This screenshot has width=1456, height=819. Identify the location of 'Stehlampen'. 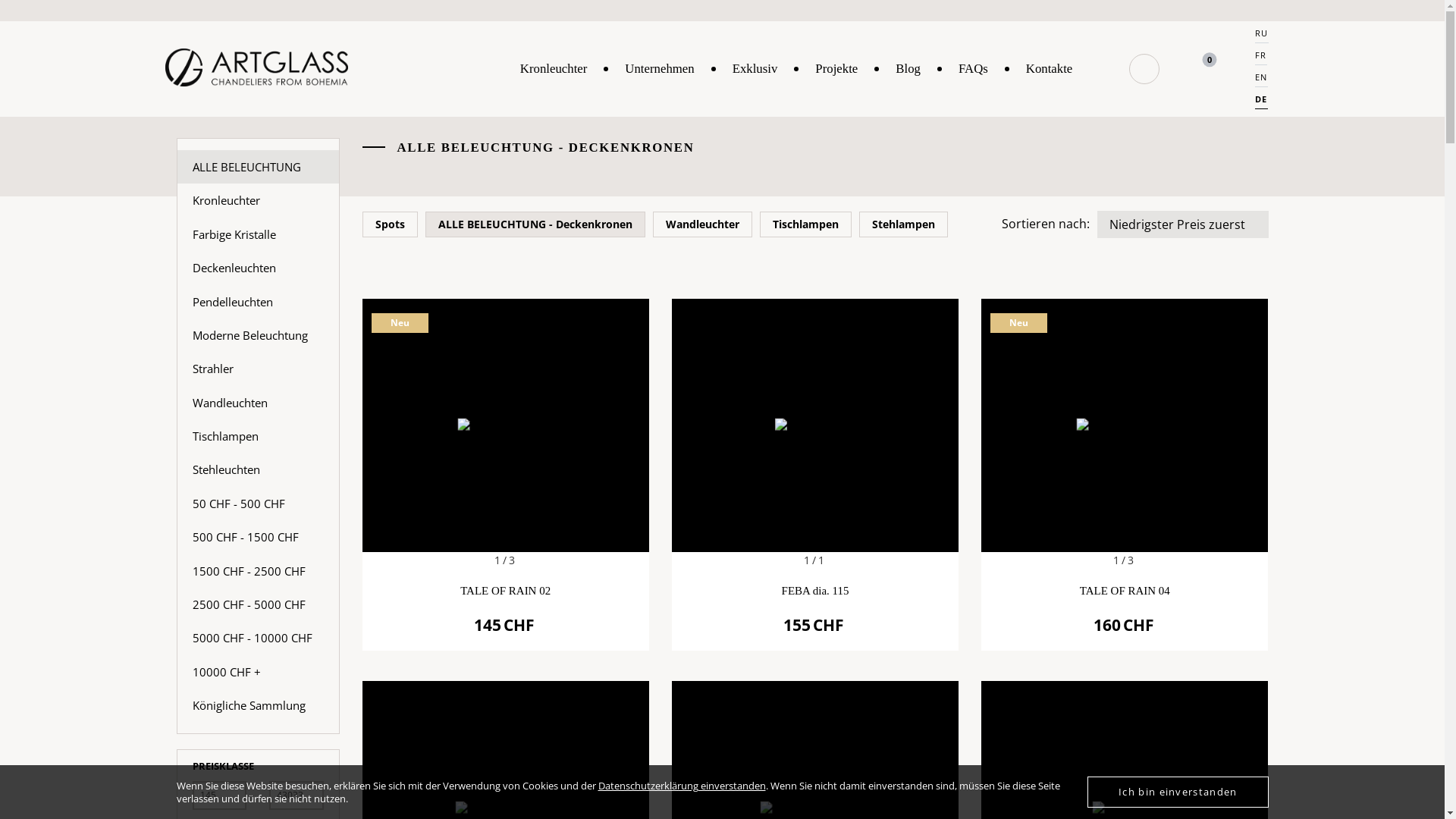
(902, 223).